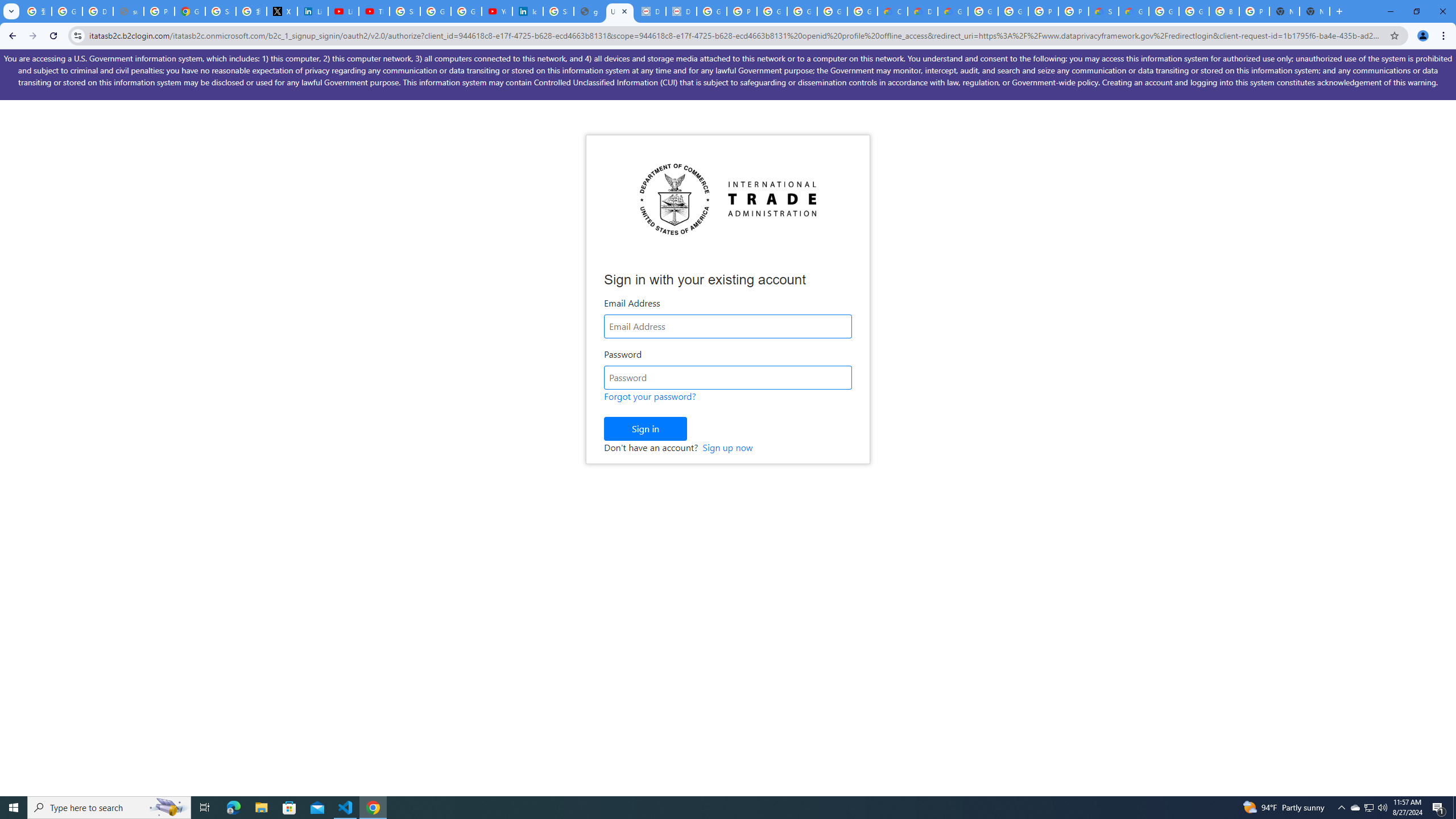 Image resolution: width=1456 pixels, height=819 pixels. I want to click on 'Email Address', so click(728, 325).